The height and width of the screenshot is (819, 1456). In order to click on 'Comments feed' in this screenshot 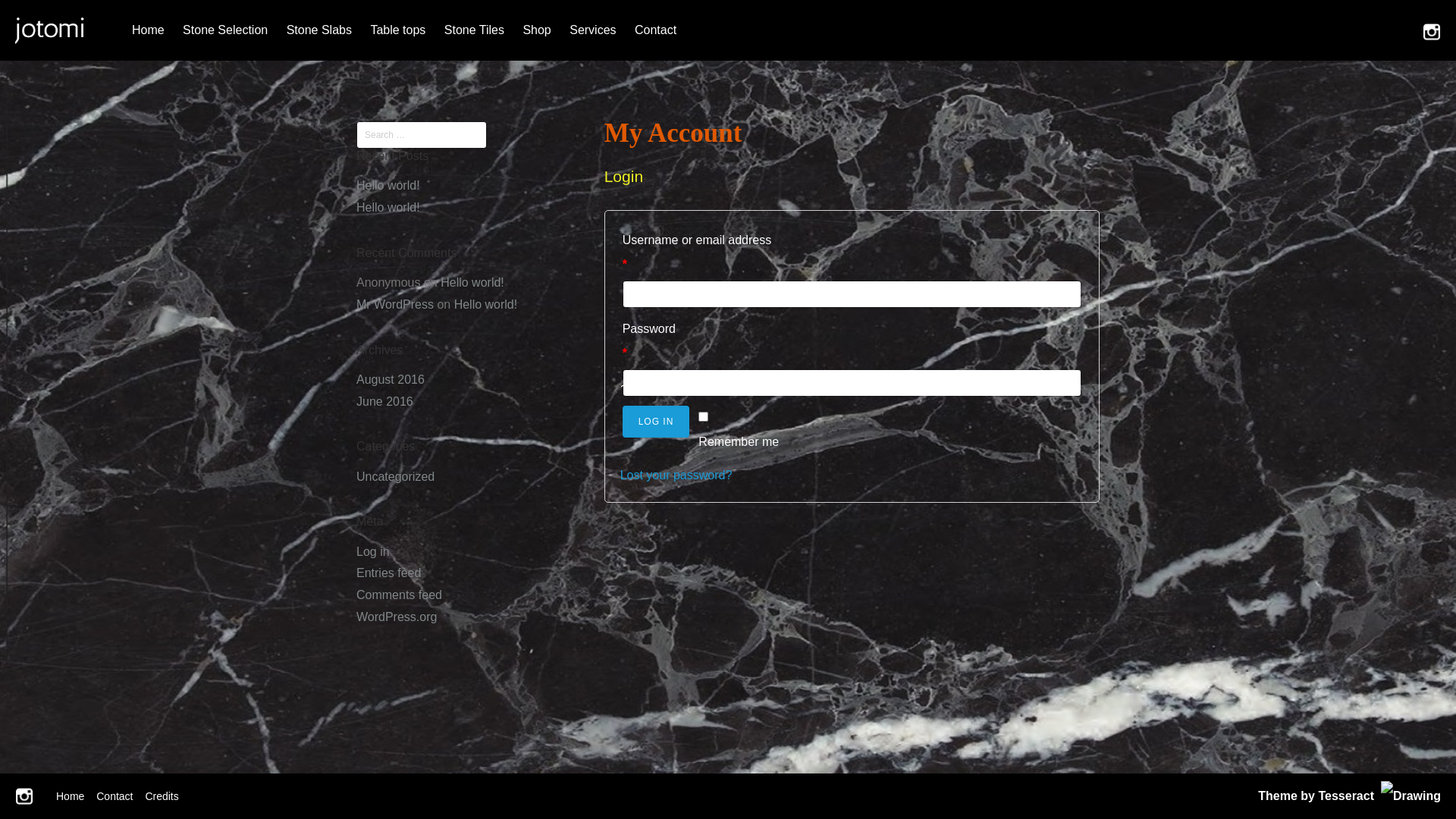, I will do `click(399, 594)`.